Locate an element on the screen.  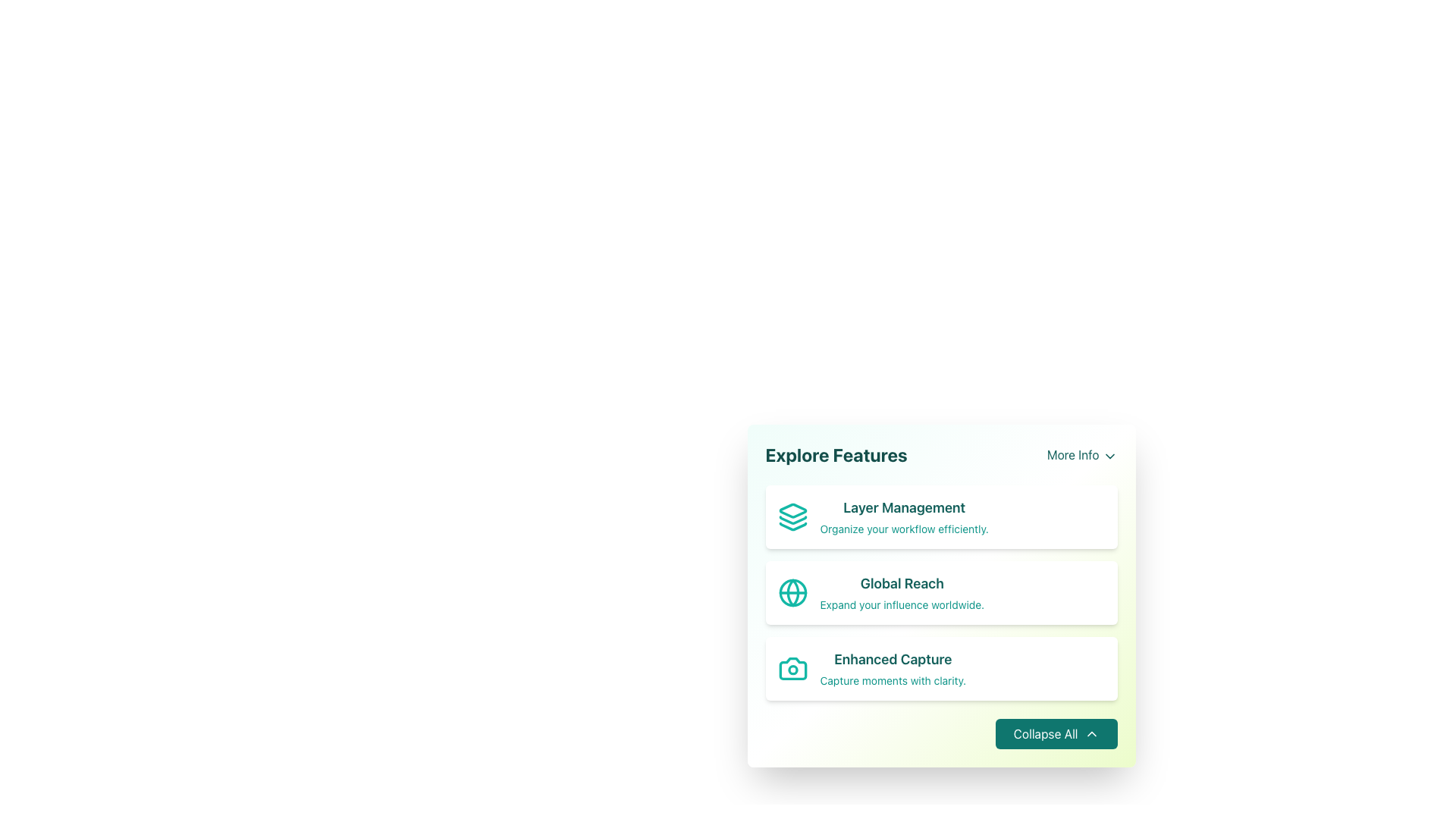
the Text Label that serves as the title for the feature description, positioned centrally in the second card of the 'Explore Features' section, between 'Layer Management' and 'Enhanced Capture' is located at coordinates (902, 583).